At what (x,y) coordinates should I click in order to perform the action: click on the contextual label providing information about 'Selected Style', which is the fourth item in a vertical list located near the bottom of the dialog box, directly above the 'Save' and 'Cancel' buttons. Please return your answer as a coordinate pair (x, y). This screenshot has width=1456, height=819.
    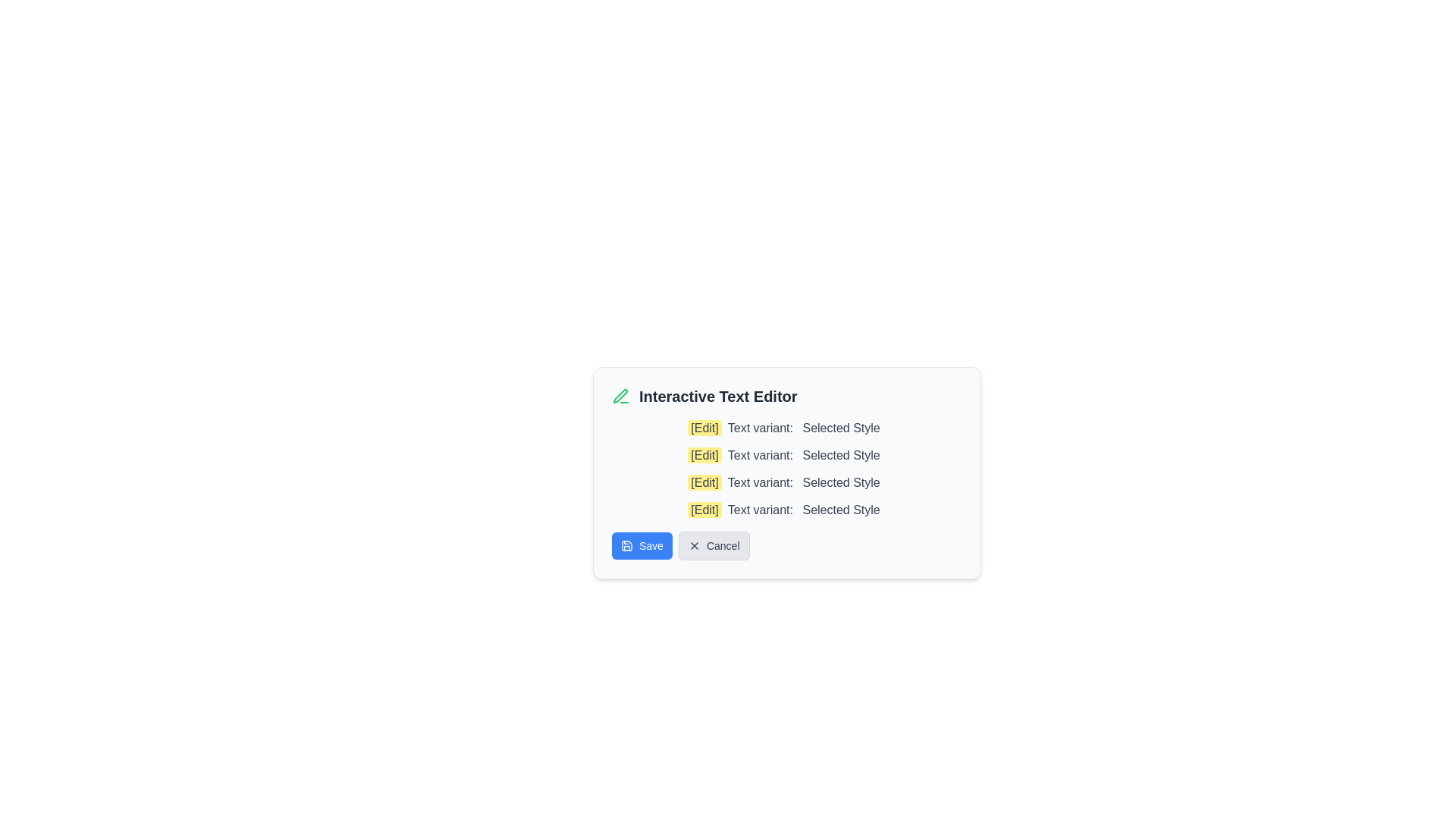
    Looking at the image, I should click on (786, 510).